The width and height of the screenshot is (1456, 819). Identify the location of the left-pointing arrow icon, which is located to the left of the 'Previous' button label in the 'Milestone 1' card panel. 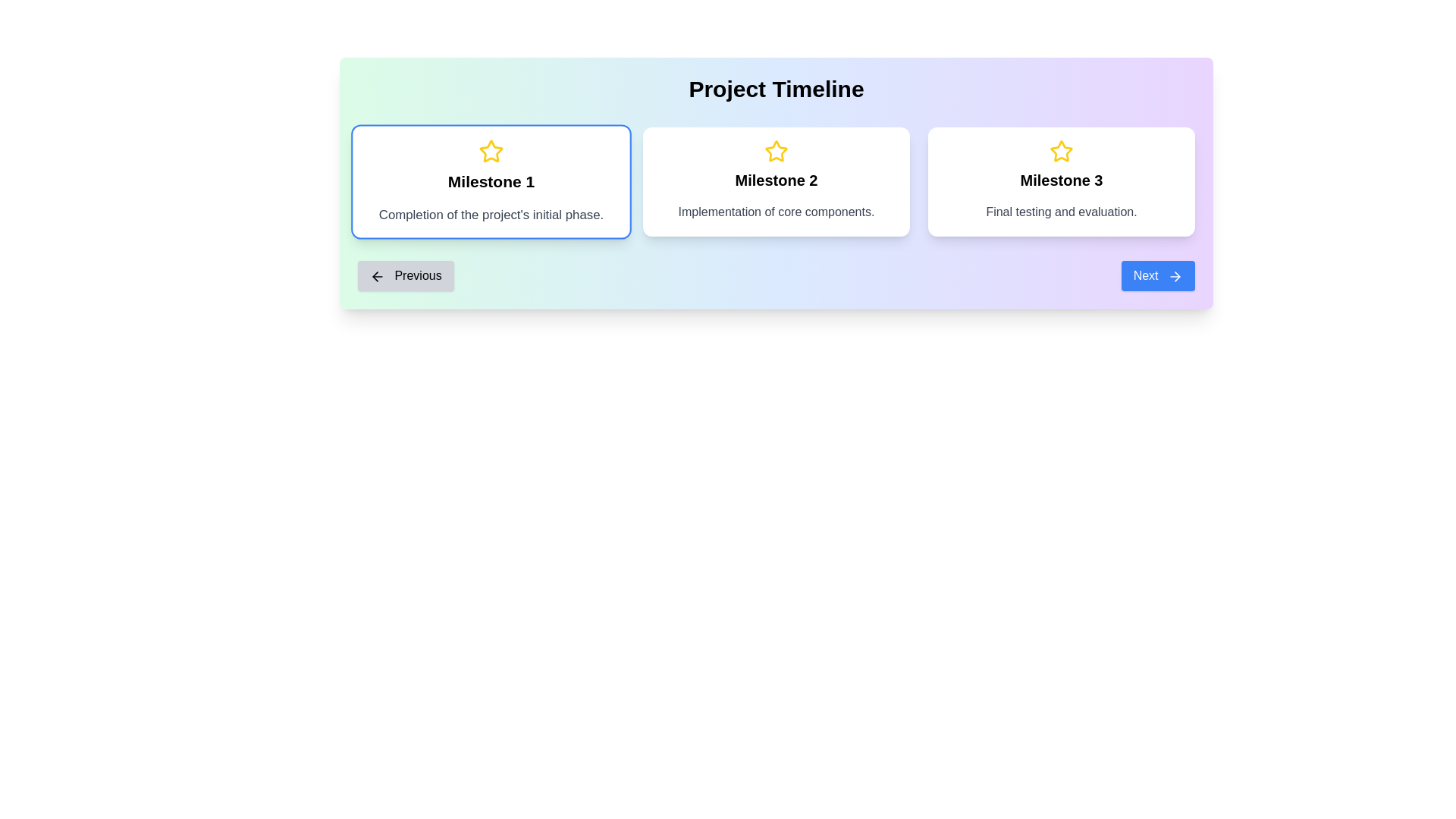
(378, 275).